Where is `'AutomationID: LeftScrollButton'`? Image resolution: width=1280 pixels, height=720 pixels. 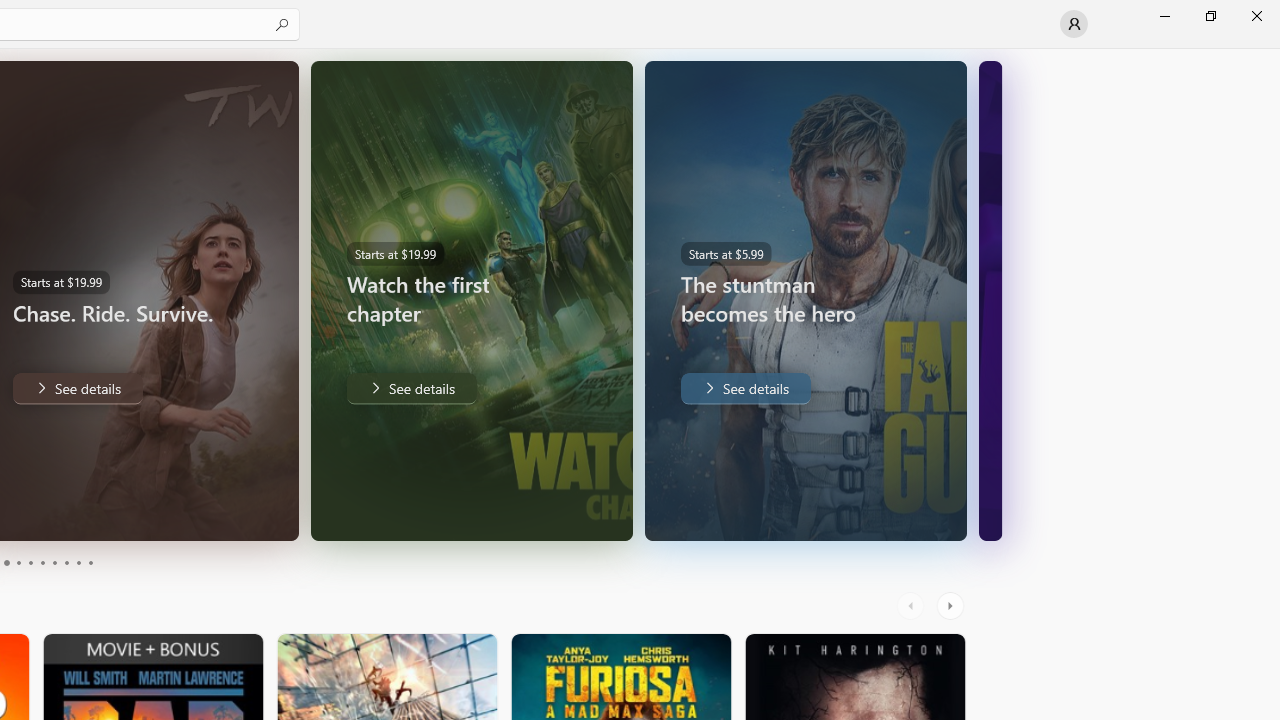
'AutomationID: LeftScrollButton' is located at coordinates (912, 605).